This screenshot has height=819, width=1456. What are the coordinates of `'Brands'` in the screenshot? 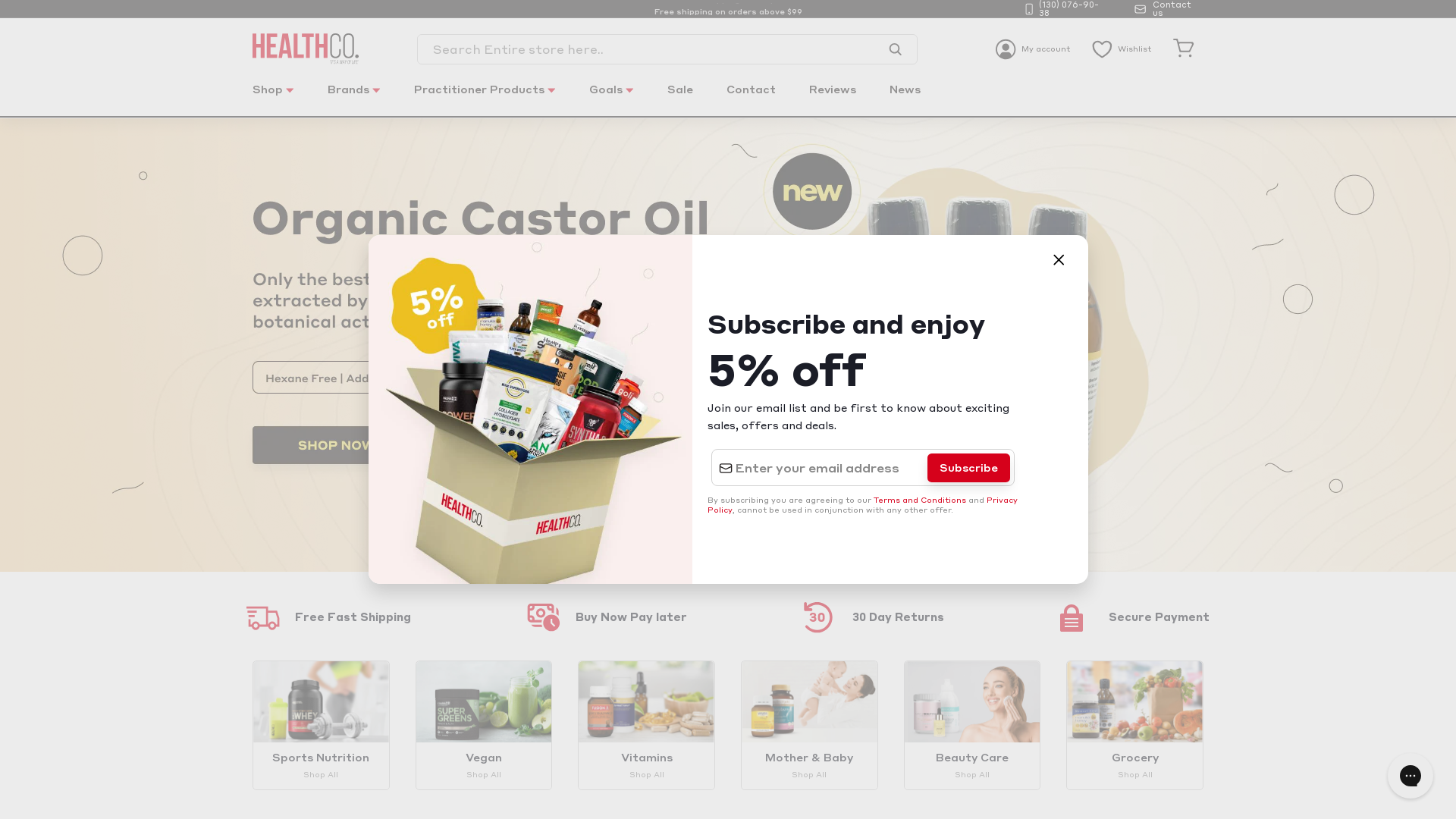 It's located at (353, 98).